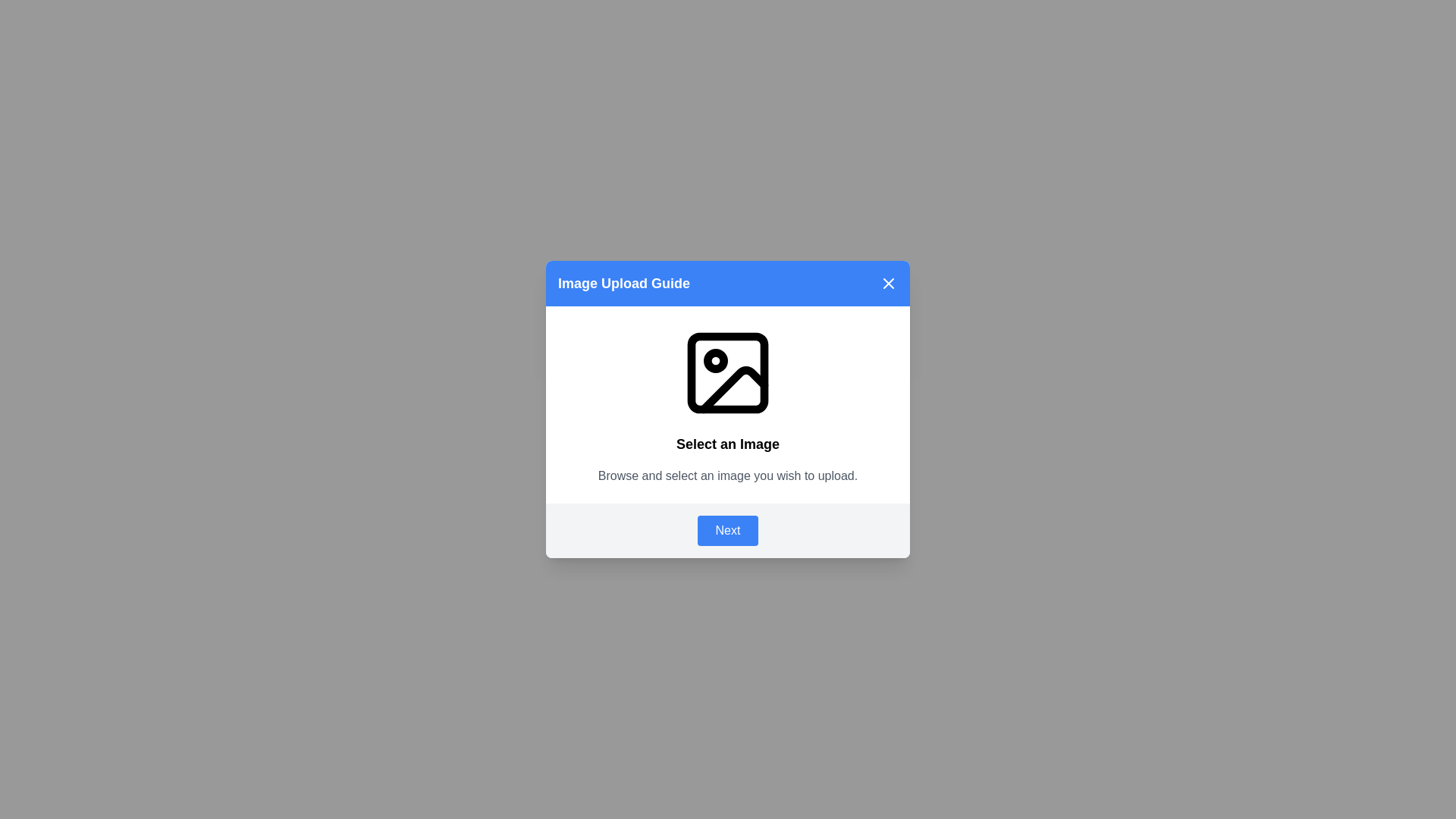 This screenshot has width=1456, height=819. Describe the element at coordinates (563, 433) in the screenshot. I see `the text by clicking and dragging over the text area` at that location.